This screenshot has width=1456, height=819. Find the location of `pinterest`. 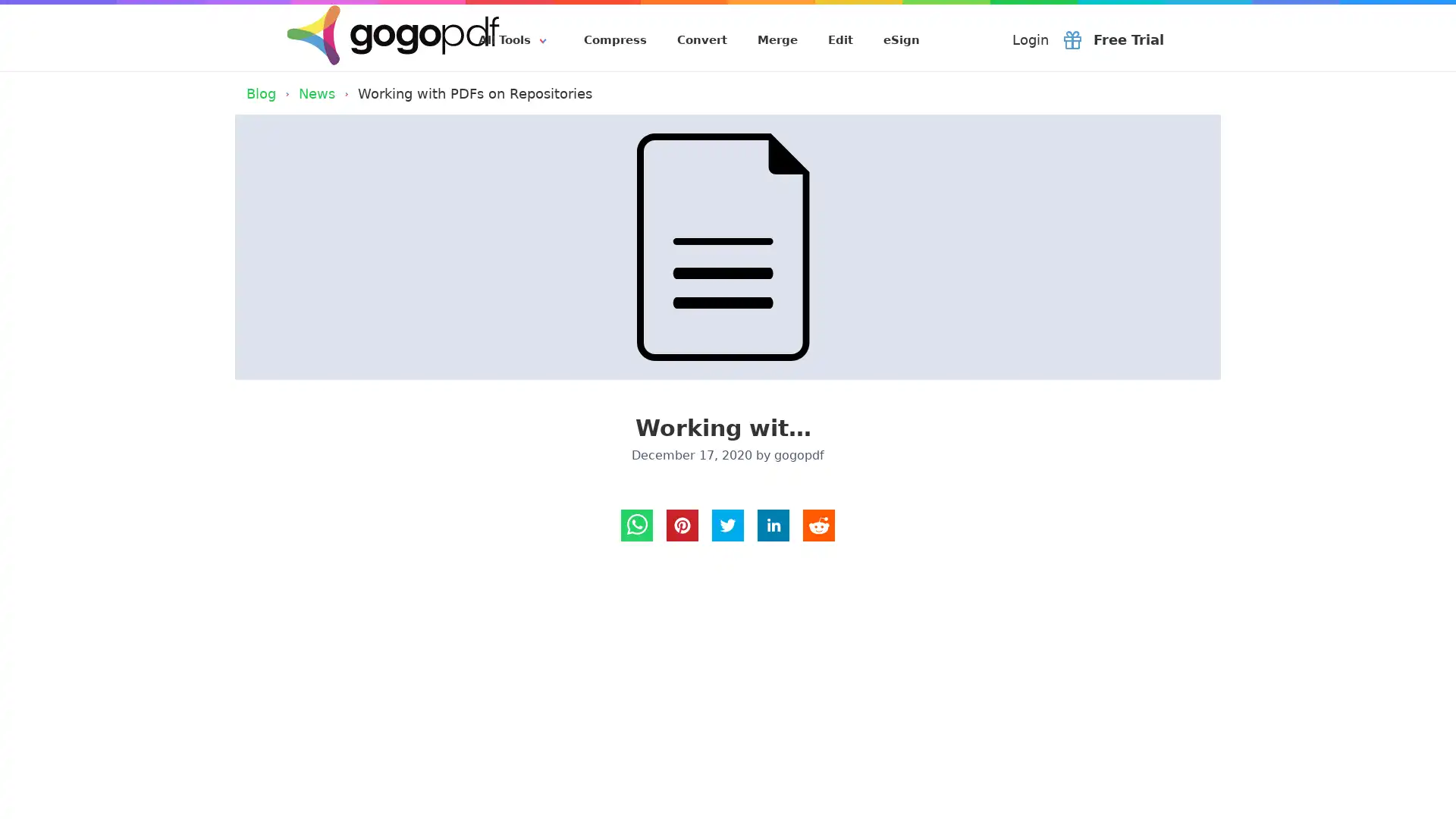

pinterest is located at coordinates (682, 525).